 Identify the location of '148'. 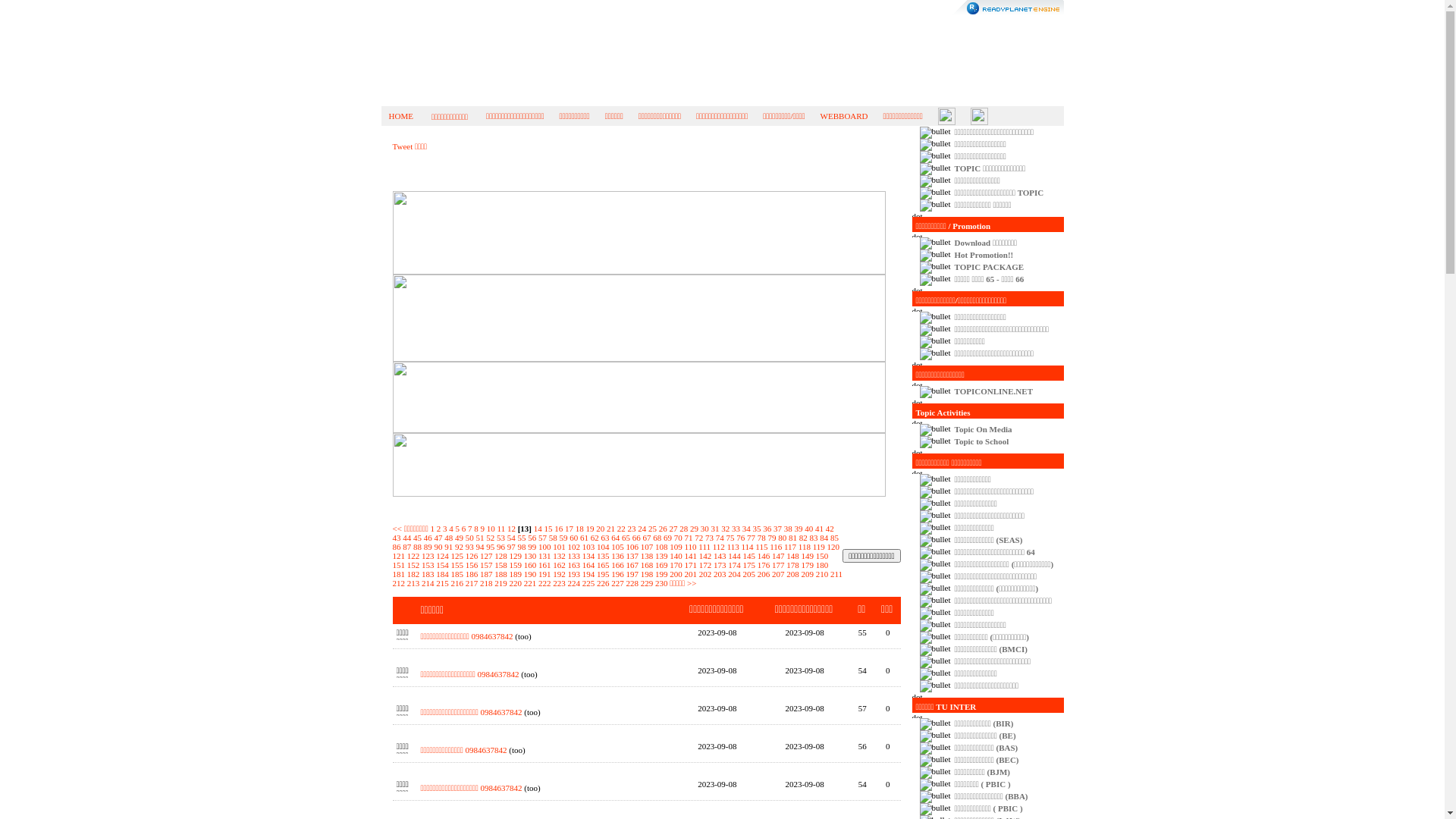
(786, 555).